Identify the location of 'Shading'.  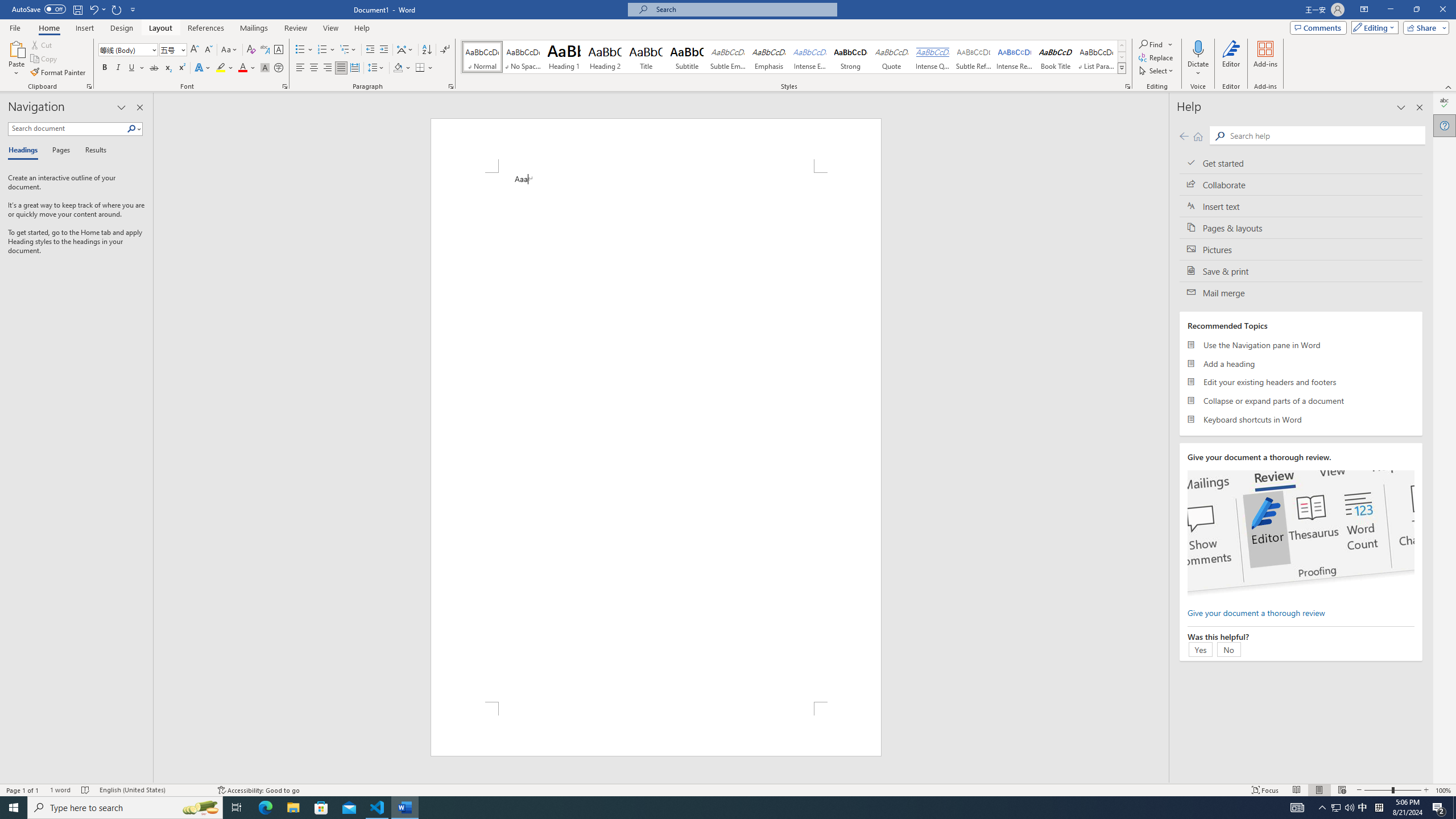
(402, 67).